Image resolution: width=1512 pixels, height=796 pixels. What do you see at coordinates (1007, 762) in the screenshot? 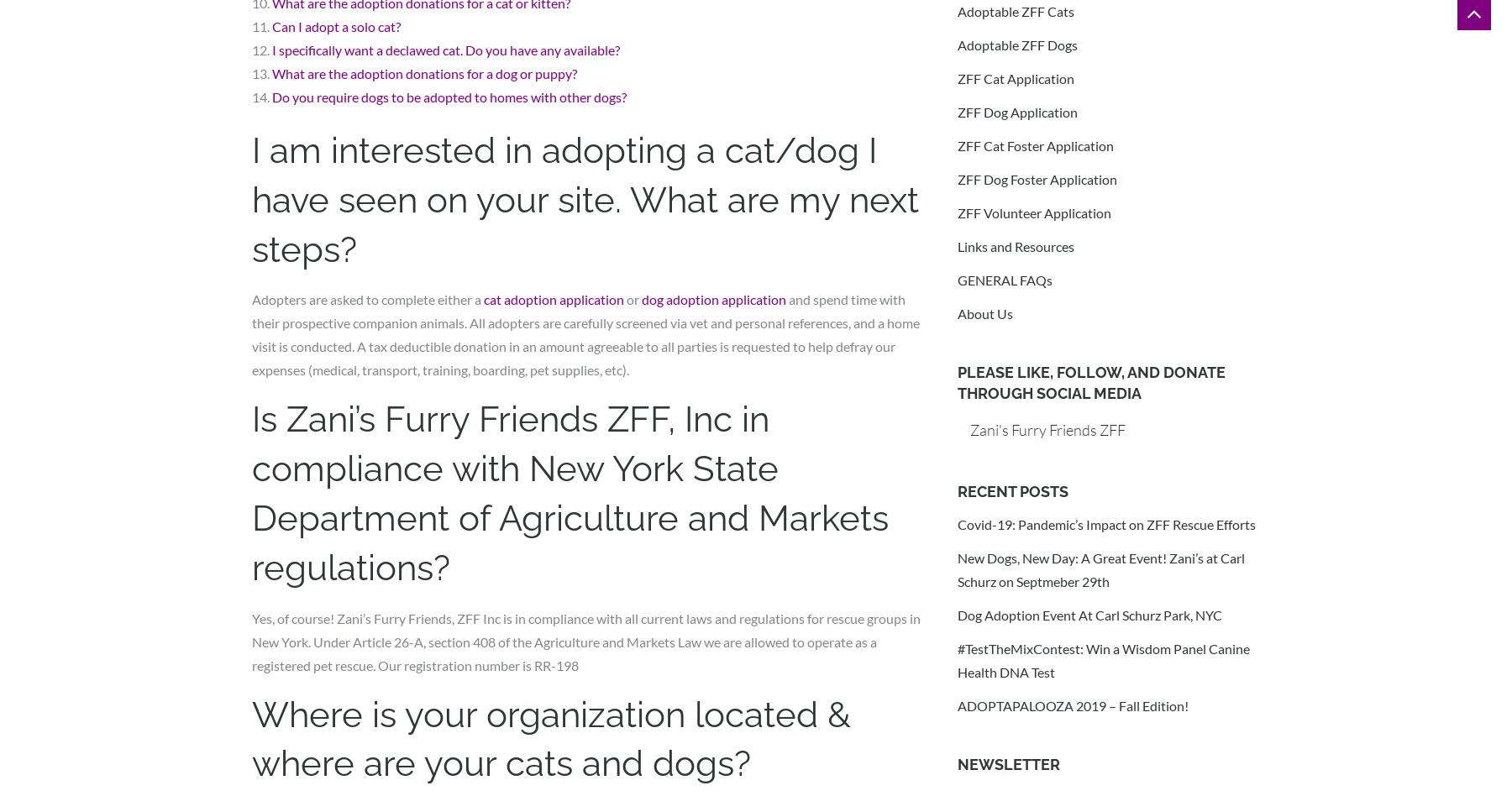
I see `'Newsletter'` at bounding box center [1007, 762].